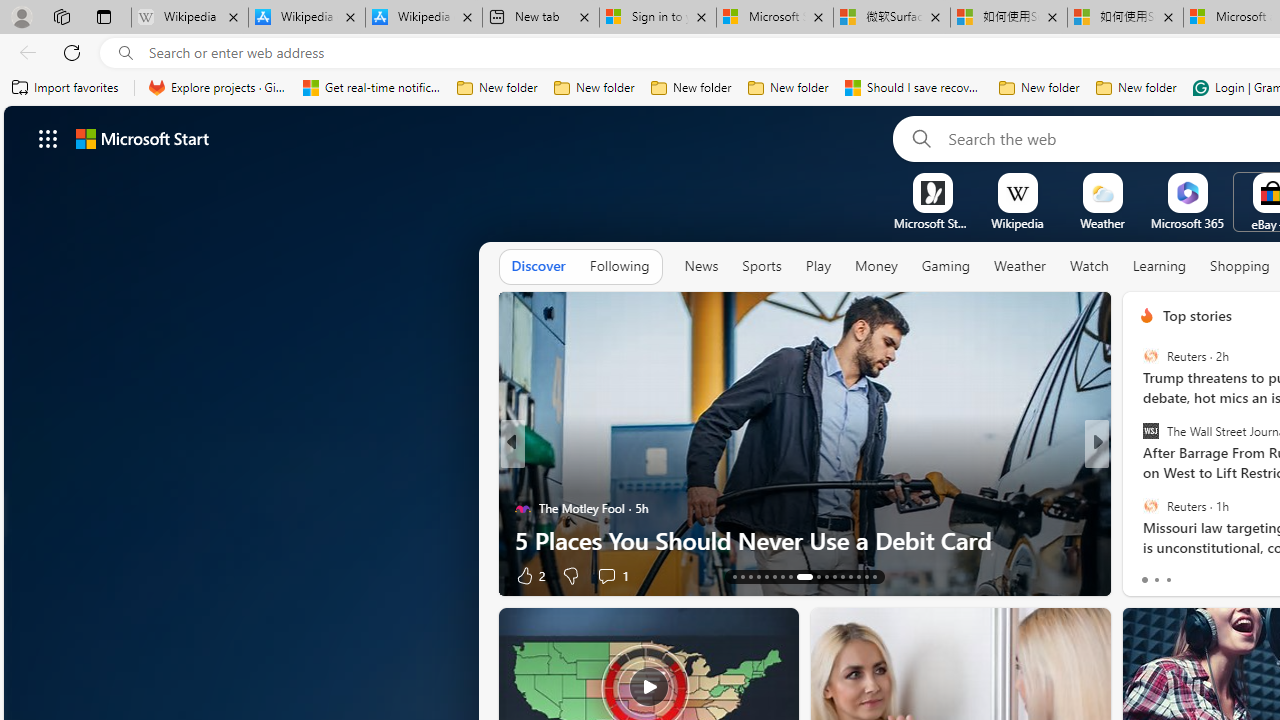 Image resolution: width=1280 pixels, height=720 pixels. Describe the element at coordinates (931, 192) in the screenshot. I see `'To get missing image descriptions, open the context menu.'` at that location.